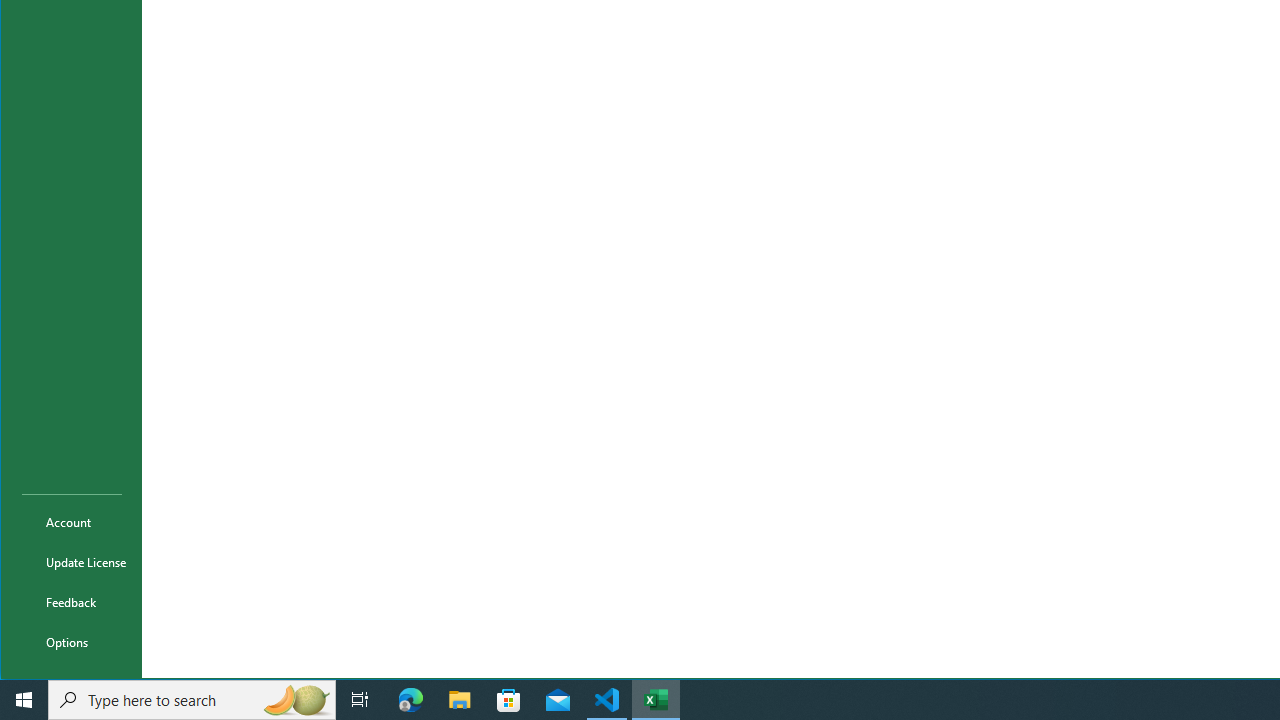 The image size is (1280, 720). What do you see at coordinates (656, 698) in the screenshot?
I see `'Excel - 1 running window'` at bounding box center [656, 698].